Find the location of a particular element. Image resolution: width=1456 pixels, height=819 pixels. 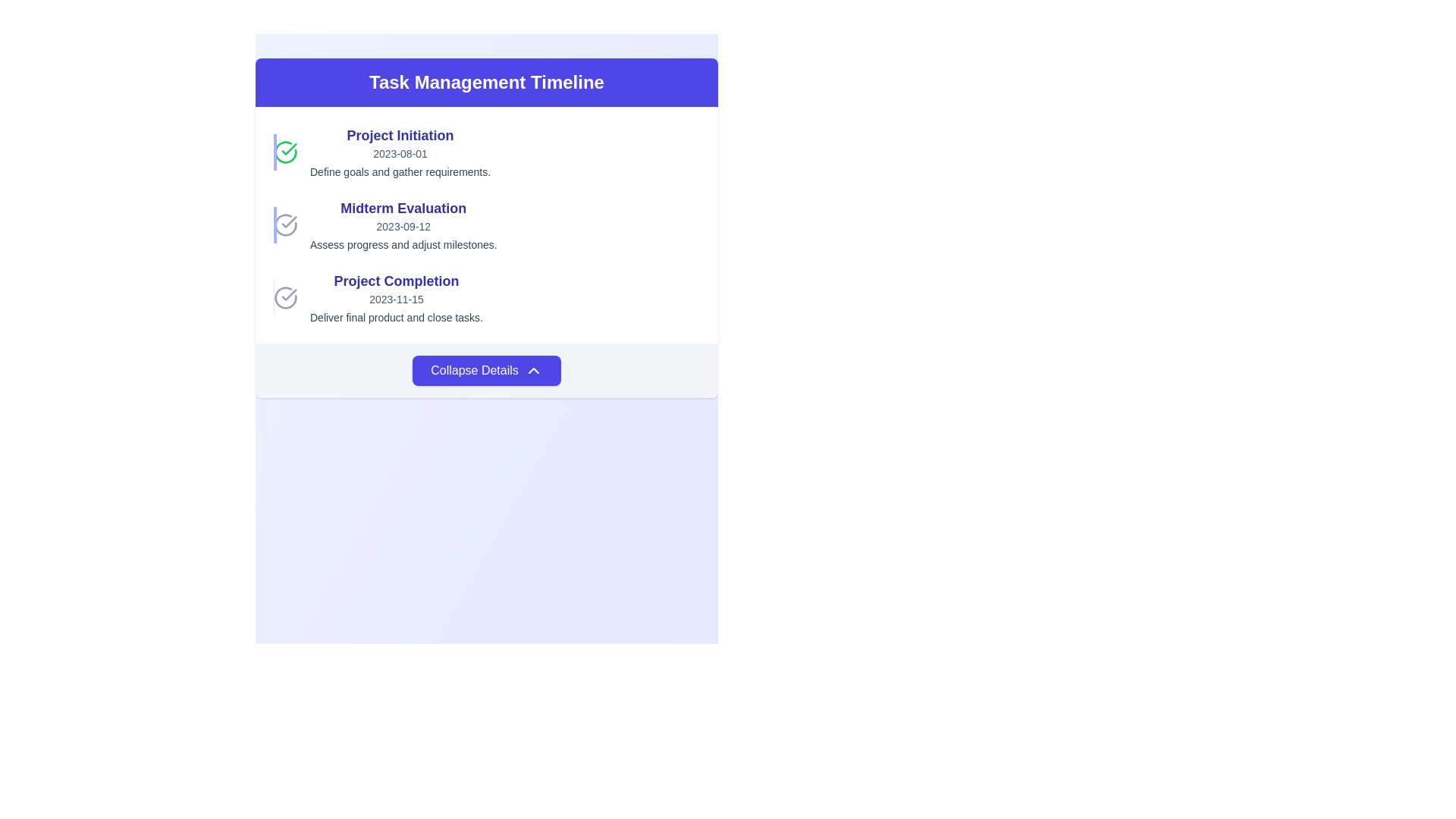

the collapse details icon, which is located to the right of the 'Collapse Details' text and within a button styled with a blue background and white text at the bottom of the interface is located at coordinates (533, 371).